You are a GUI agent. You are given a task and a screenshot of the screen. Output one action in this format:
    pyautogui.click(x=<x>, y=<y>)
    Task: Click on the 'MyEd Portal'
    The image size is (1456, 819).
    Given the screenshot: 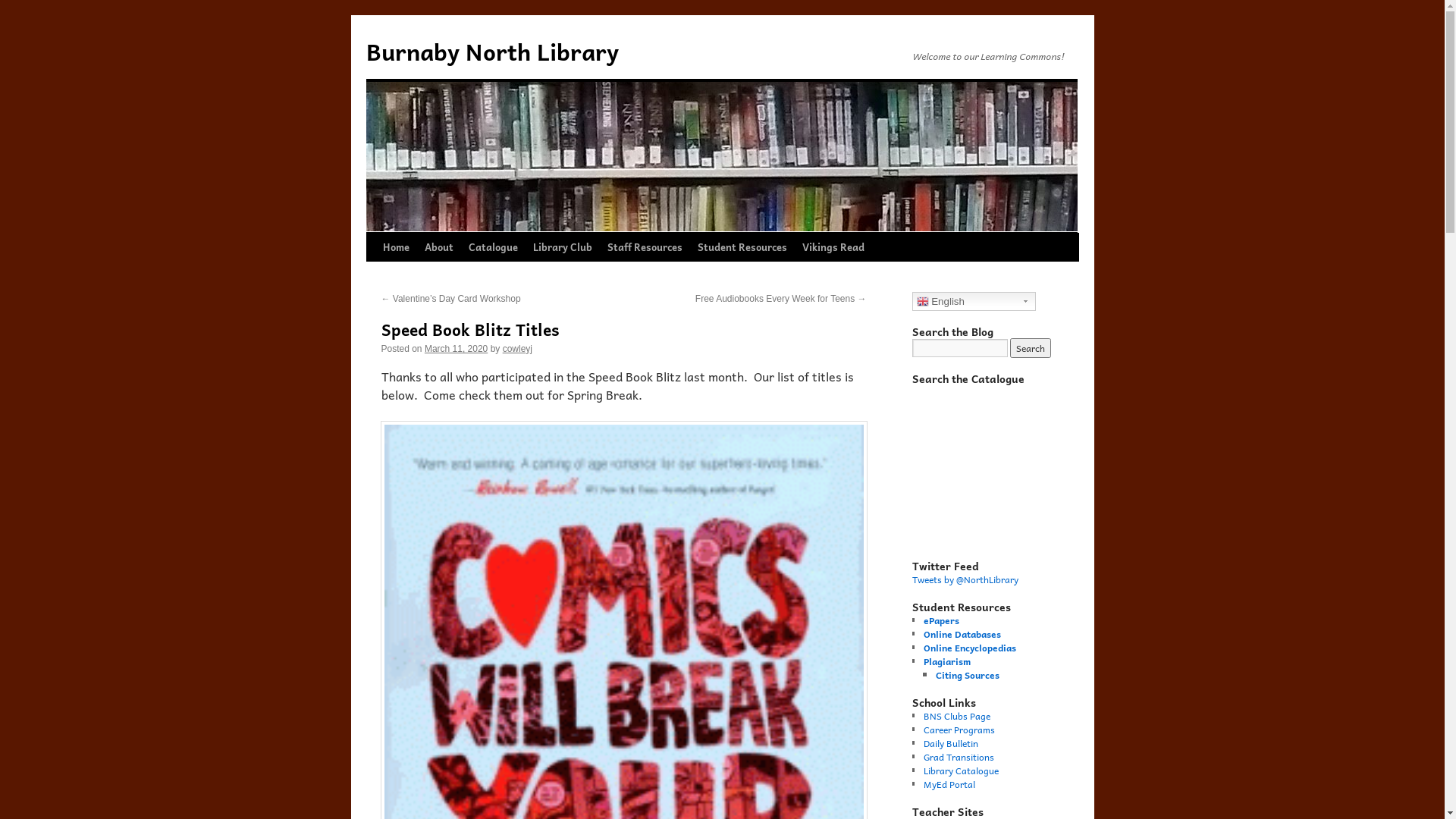 What is the action you would take?
    pyautogui.click(x=949, y=783)
    